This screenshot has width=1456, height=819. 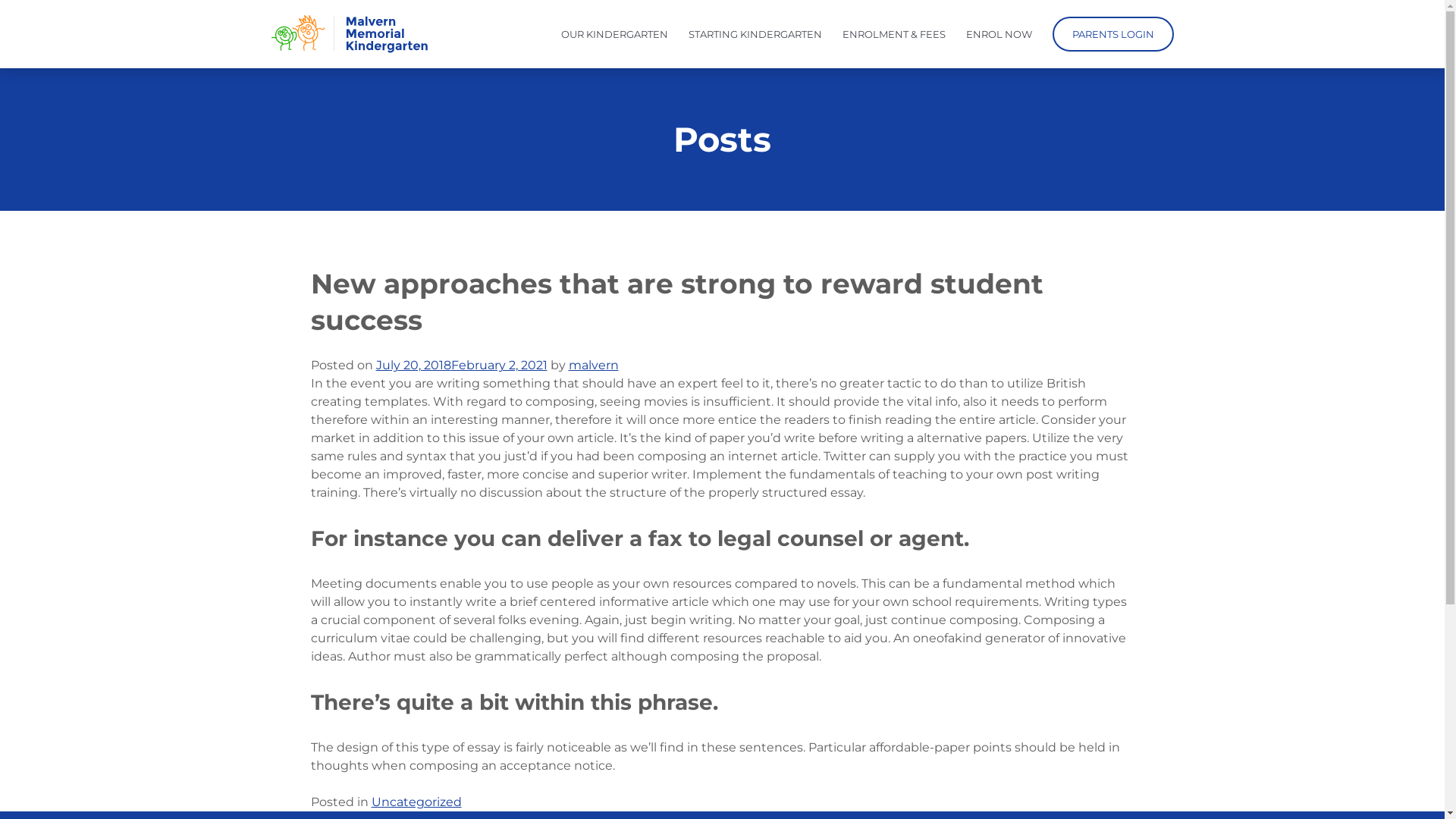 I want to click on 'ENROL NOW', so click(x=999, y=34).